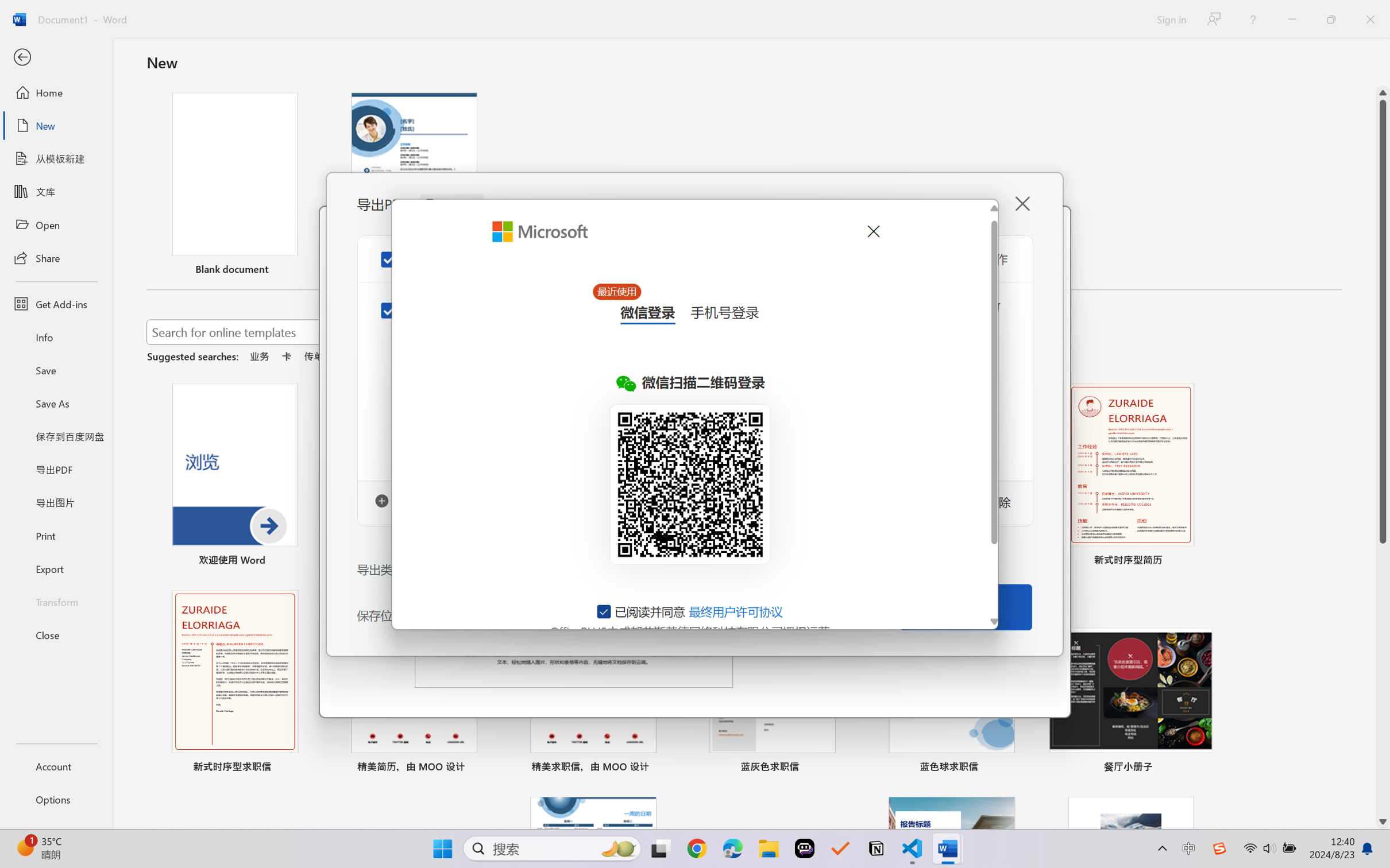 This screenshot has height=868, width=1390. I want to click on 'Transform', so click(56, 600).